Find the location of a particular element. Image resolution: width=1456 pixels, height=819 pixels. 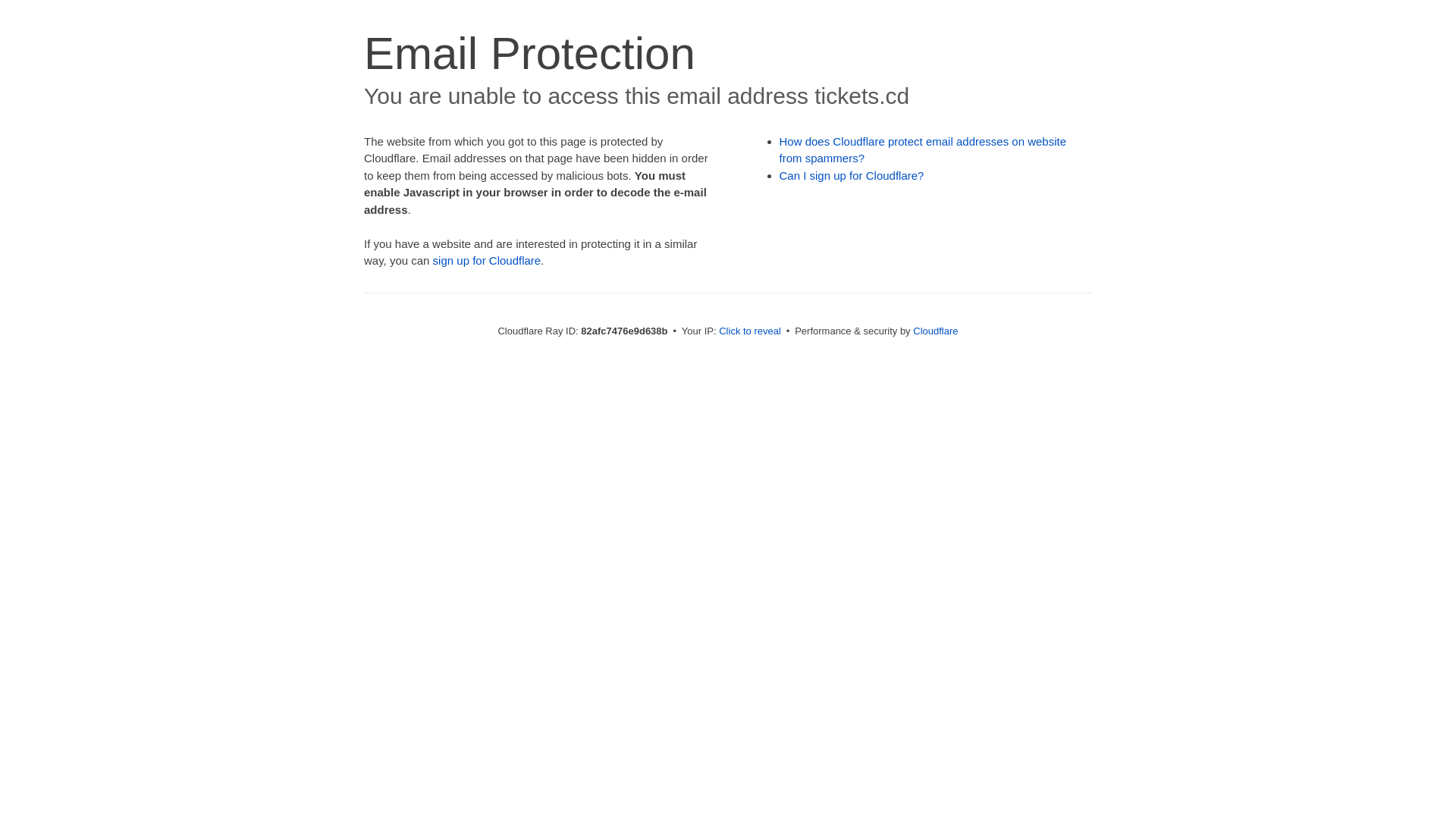

'Click to reveal' is located at coordinates (749, 330).